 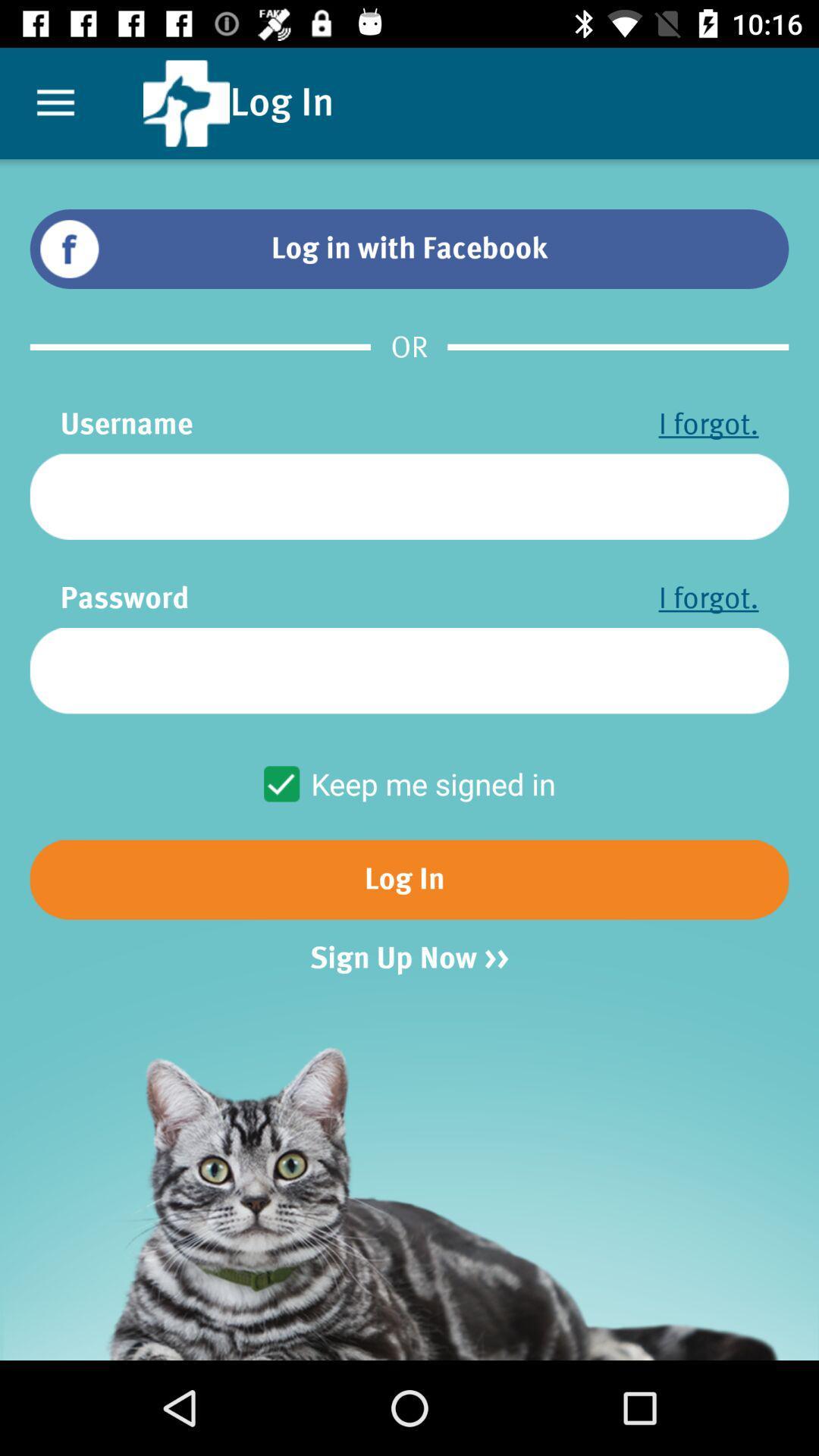 What do you see at coordinates (409, 670) in the screenshot?
I see `item below password icon` at bounding box center [409, 670].